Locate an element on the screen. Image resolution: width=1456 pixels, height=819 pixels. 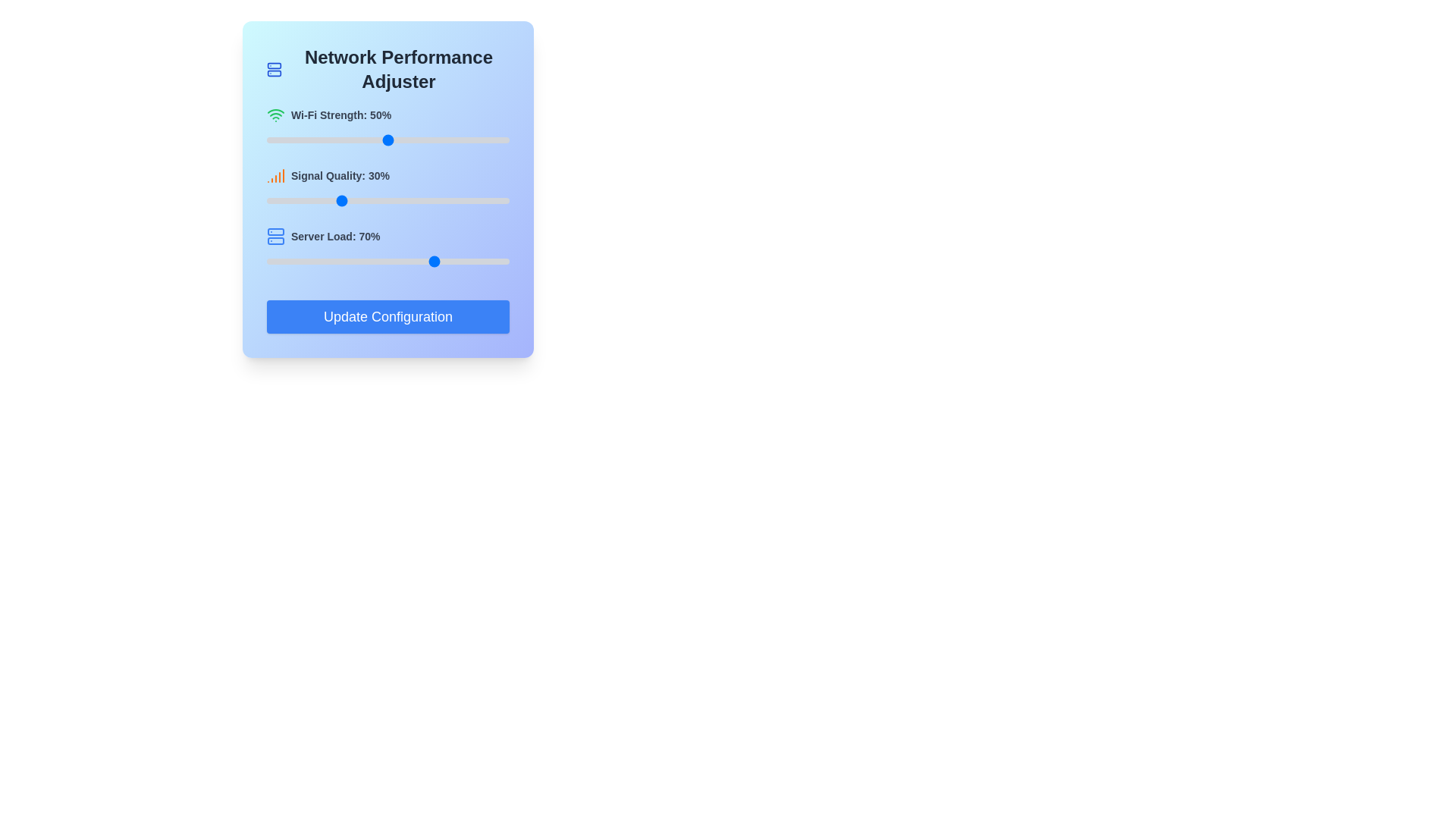
the Server Load slider is located at coordinates (475, 260).